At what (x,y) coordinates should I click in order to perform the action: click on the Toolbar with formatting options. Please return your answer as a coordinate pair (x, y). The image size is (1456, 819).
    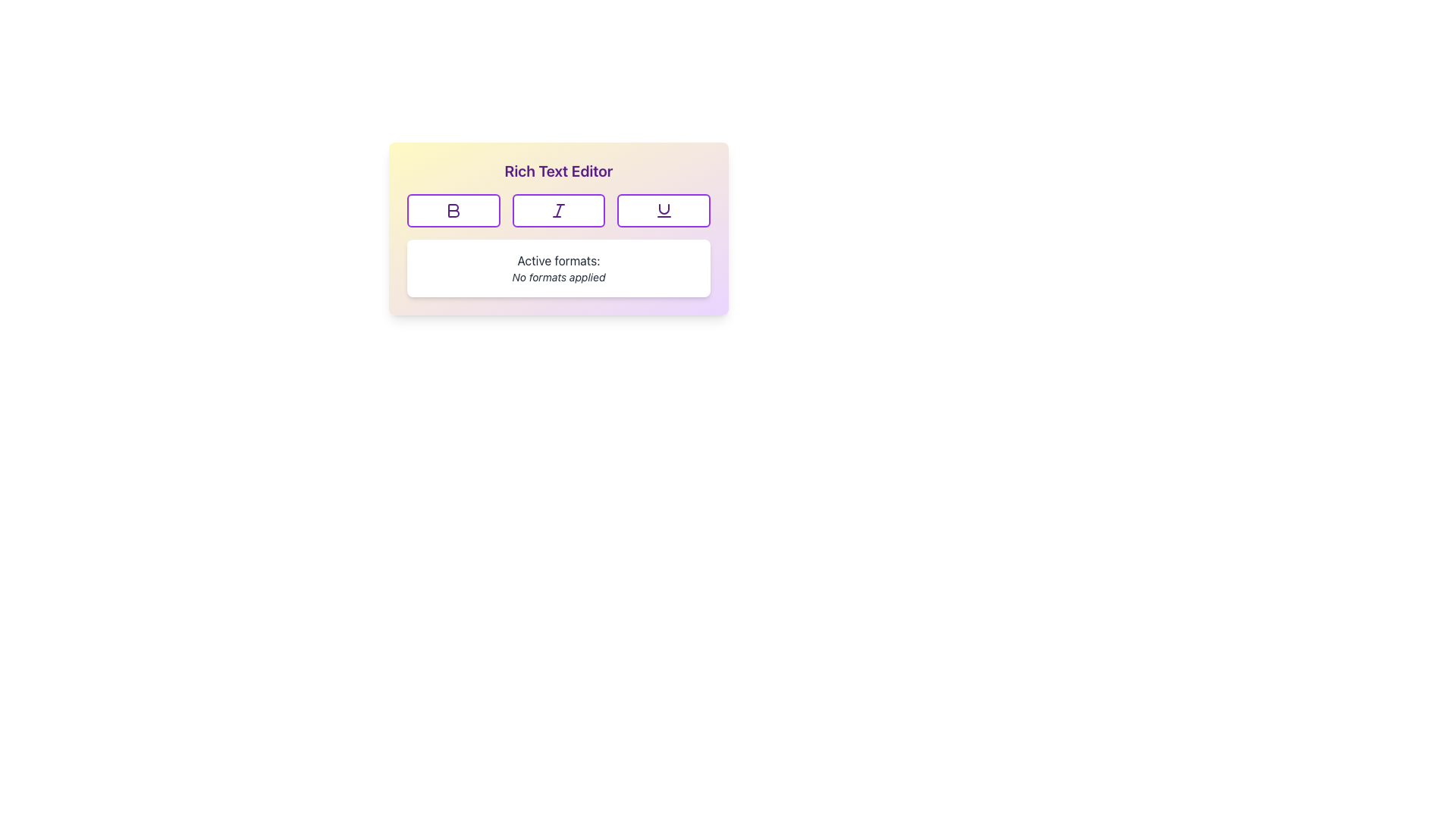
    Looking at the image, I should click on (558, 210).